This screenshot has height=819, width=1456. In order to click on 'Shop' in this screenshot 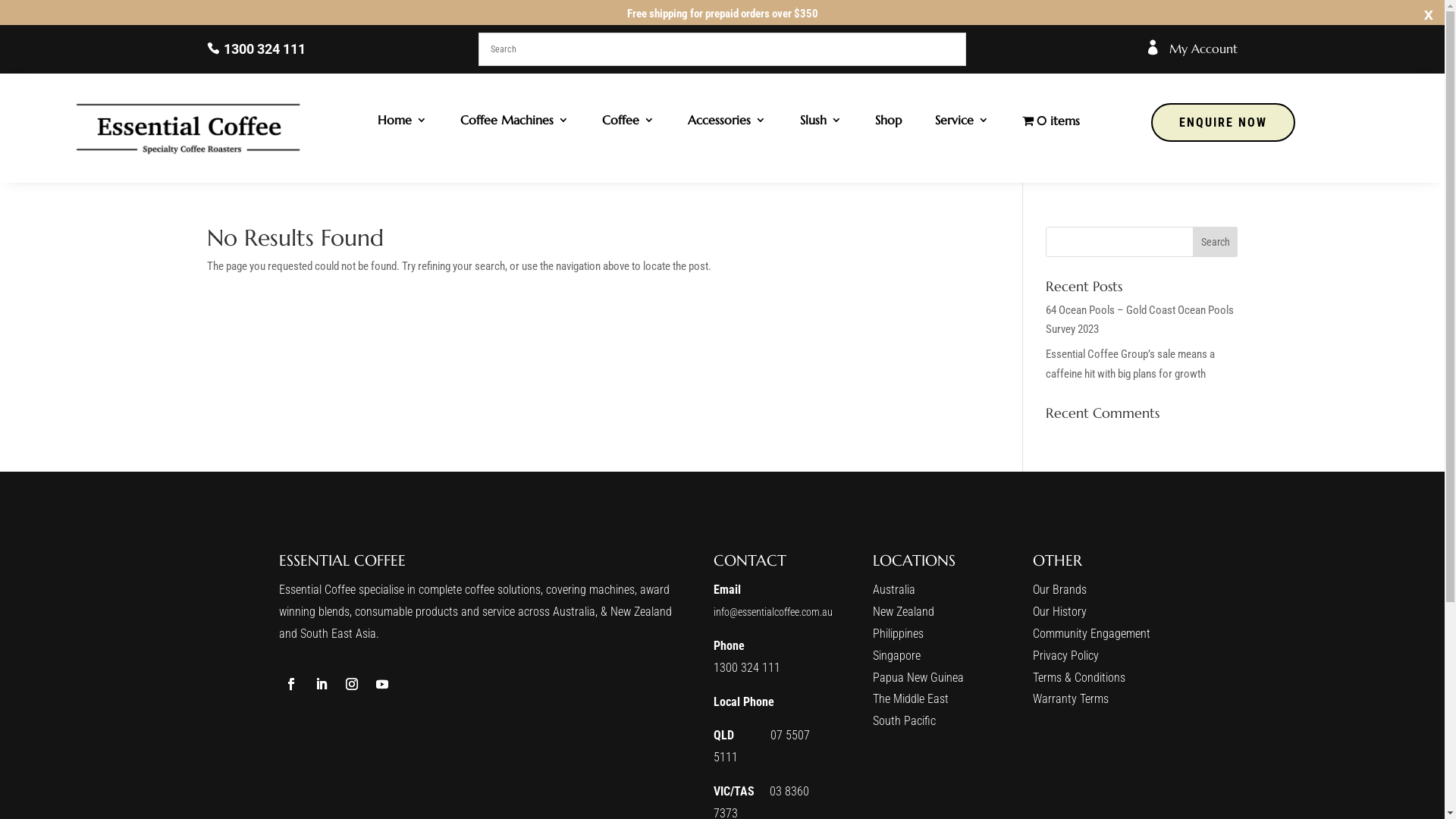, I will do `click(888, 122)`.